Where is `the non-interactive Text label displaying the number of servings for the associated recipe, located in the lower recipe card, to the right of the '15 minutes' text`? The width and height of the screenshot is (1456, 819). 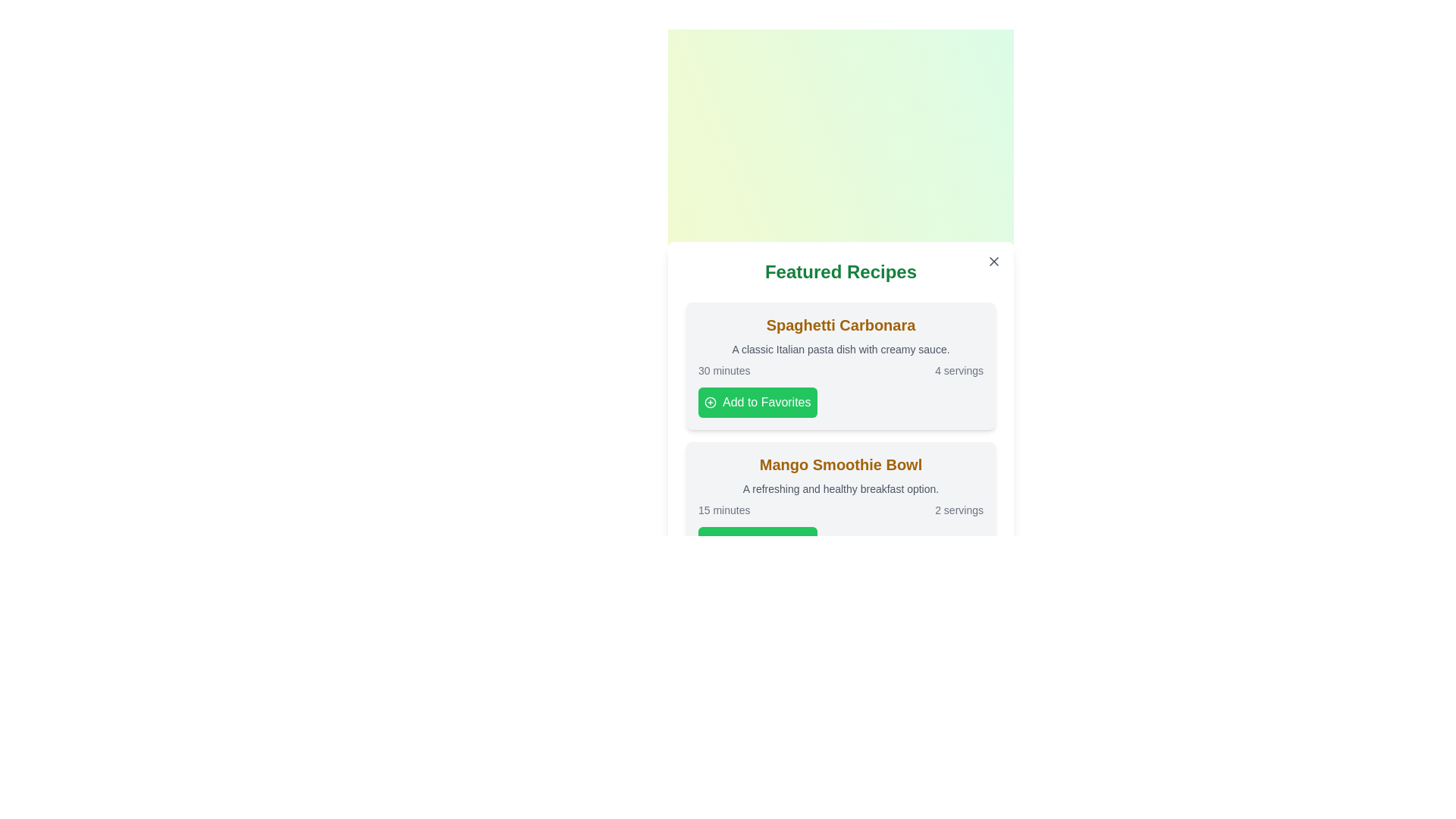
the non-interactive Text label displaying the number of servings for the associated recipe, located in the lower recipe card, to the right of the '15 minutes' text is located at coordinates (959, 510).